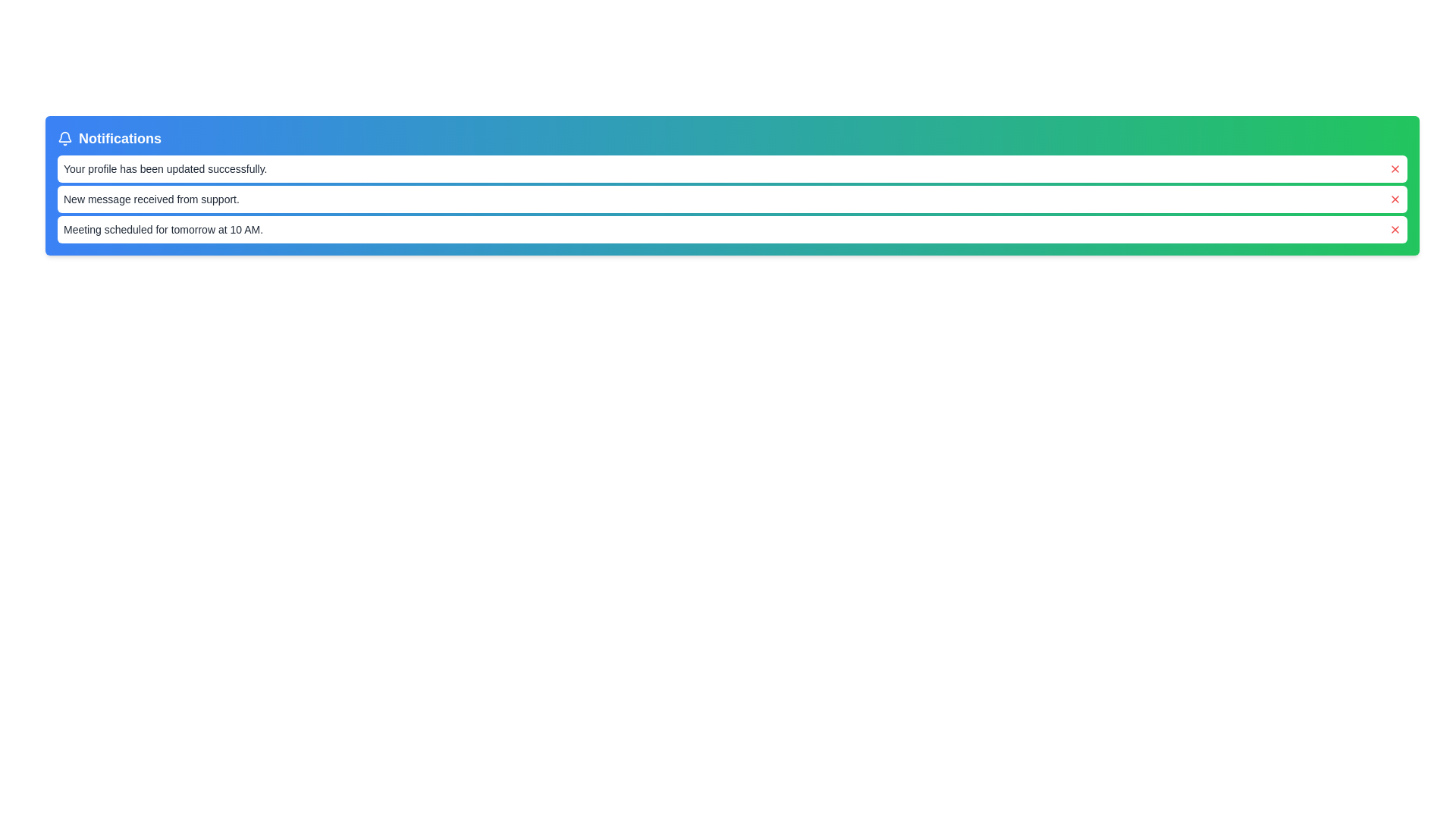 The image size is (1456, 819). I want to click on the static text element displaying the message 'Your profile has been updated successfully.' which is part of the notification interface, so click(165, 169).